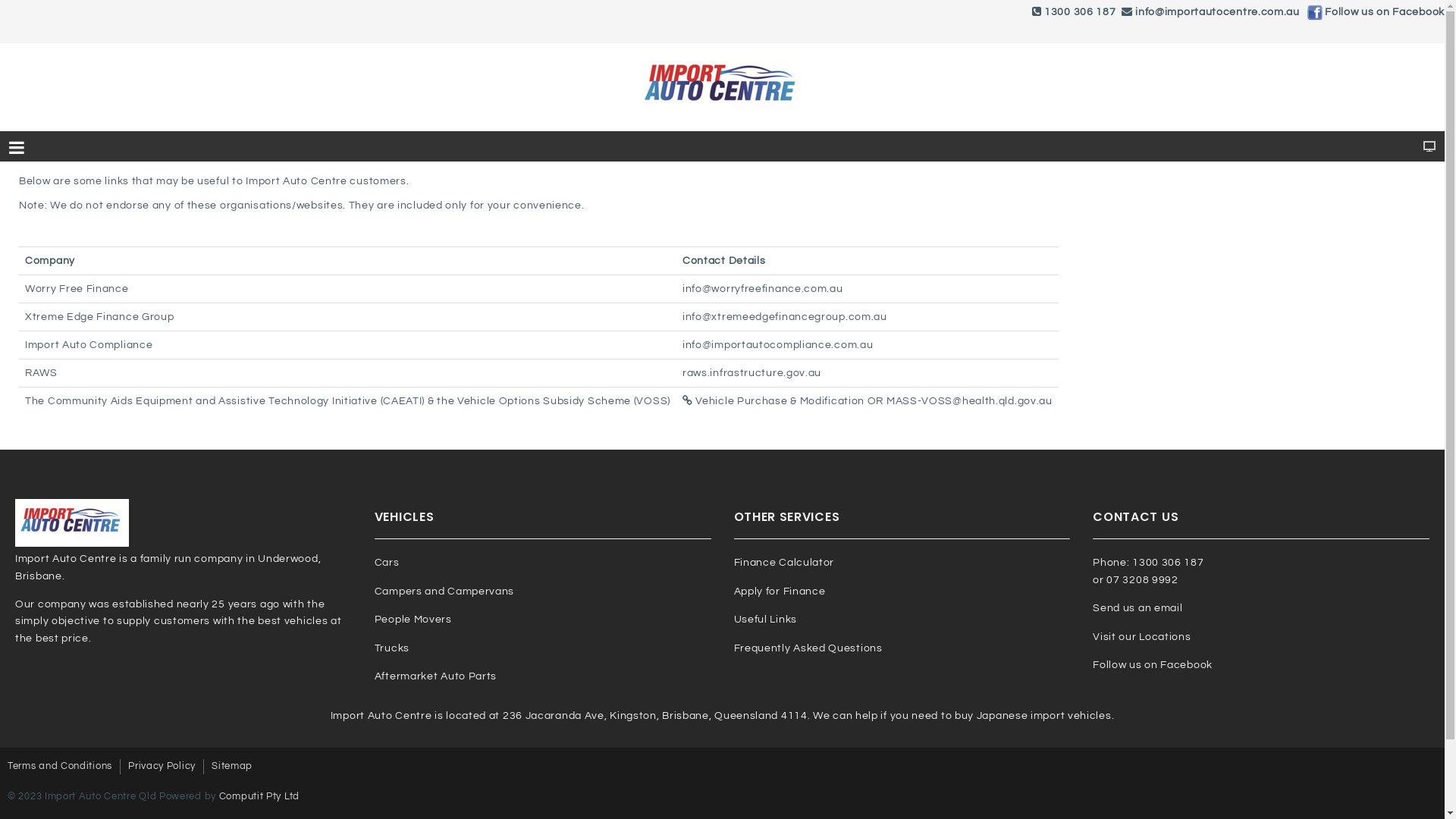 The width and height of the screenshot is (1456, 819). What do you see at coordinates (387, 562) in the screenshot?
I see `'Cars'` at bounding box center [387, 562].